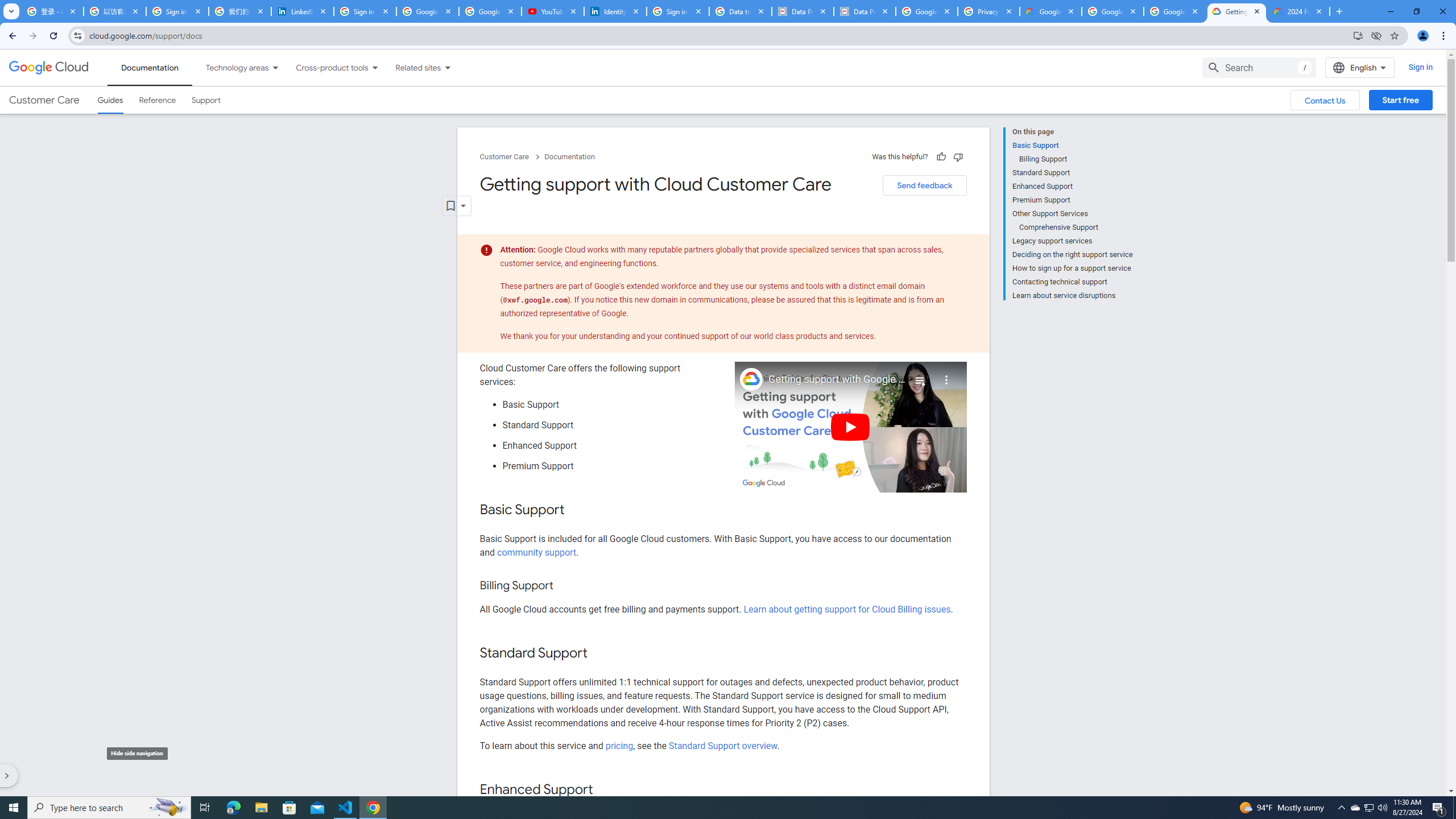  Describe the element at coordinates (1259, 67) in the screenshot. I see `'Search'` at that location.